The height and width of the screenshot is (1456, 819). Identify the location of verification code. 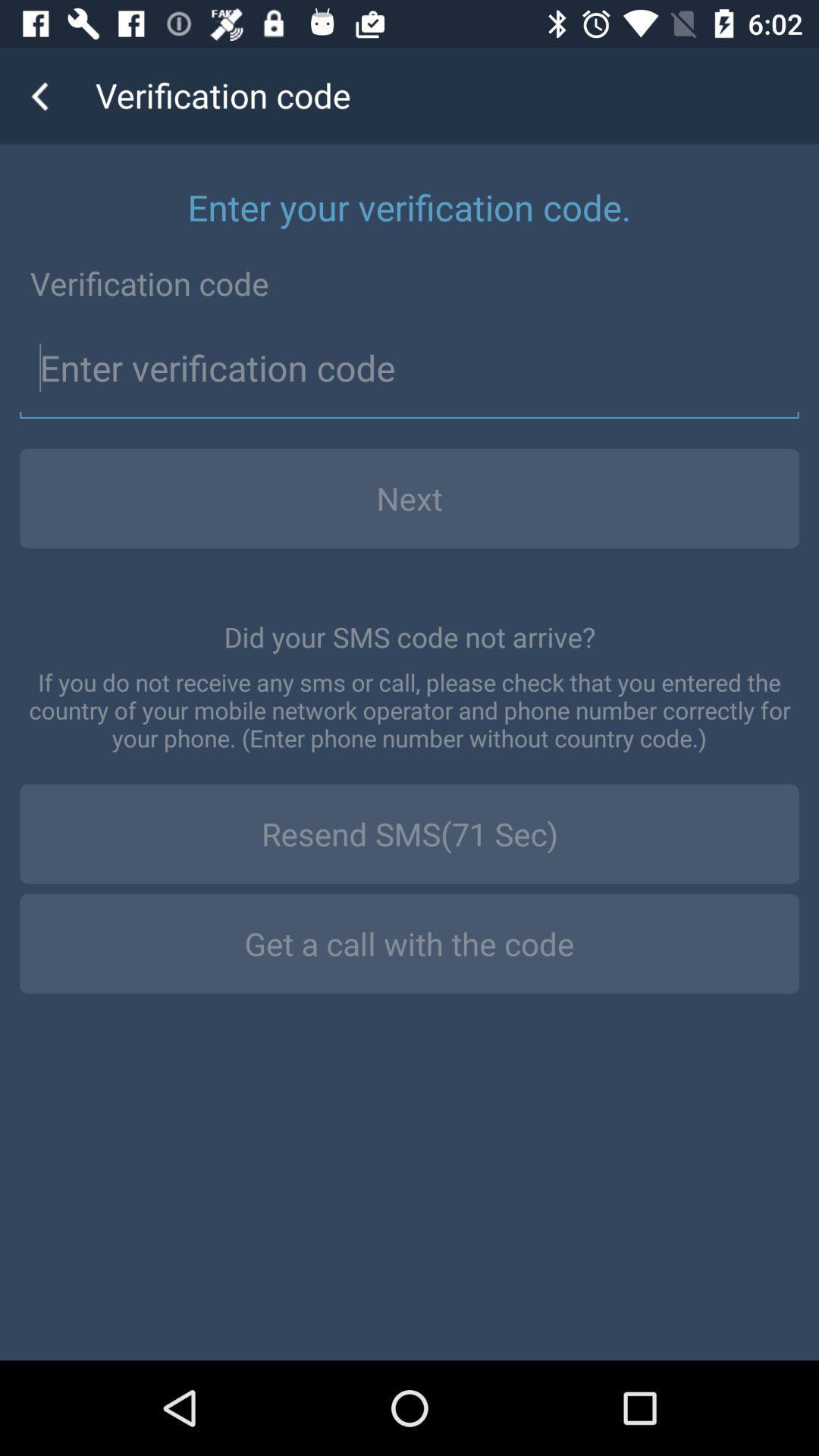
(409, 369).